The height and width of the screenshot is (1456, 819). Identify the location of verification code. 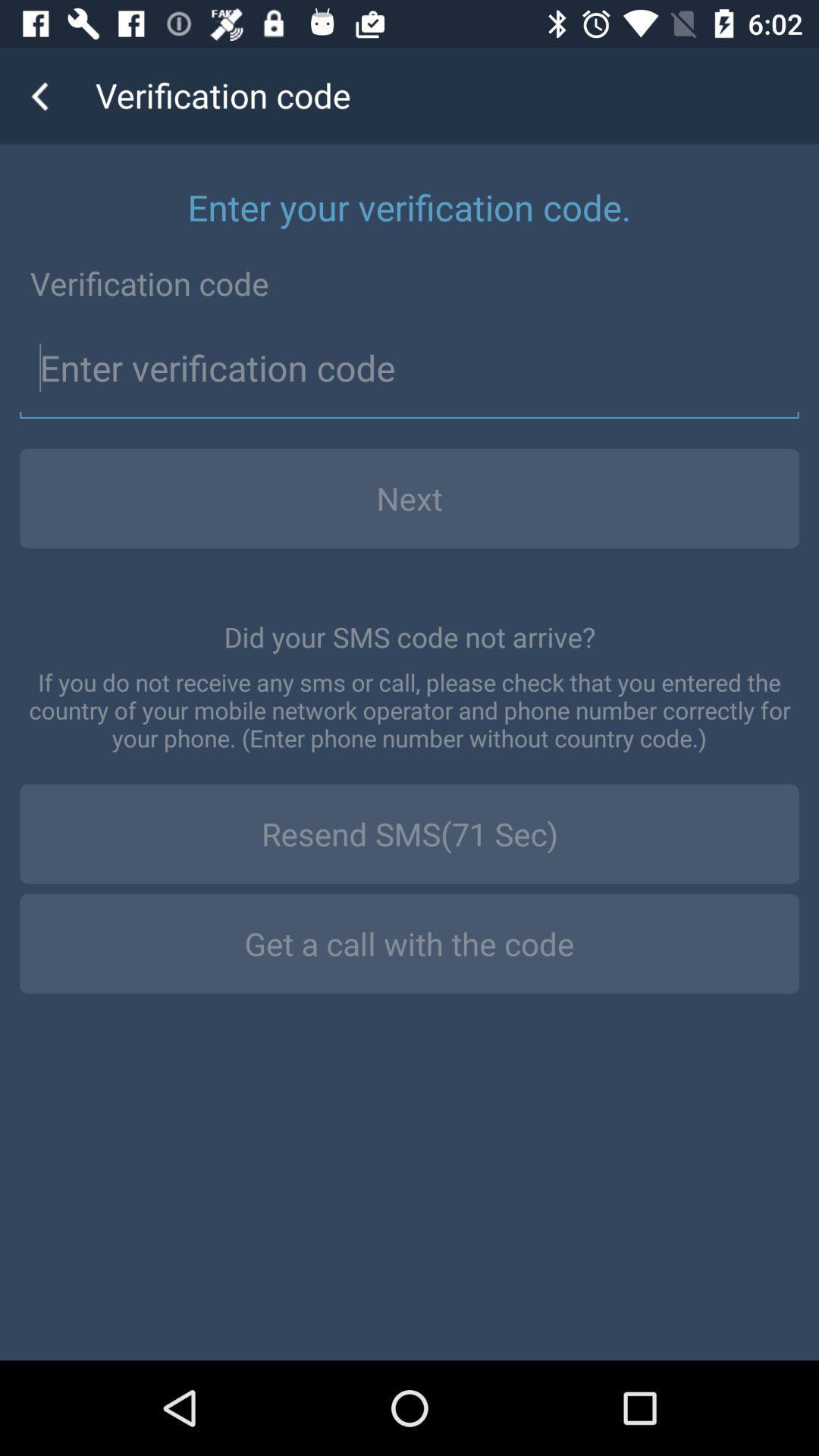
(409, 369).